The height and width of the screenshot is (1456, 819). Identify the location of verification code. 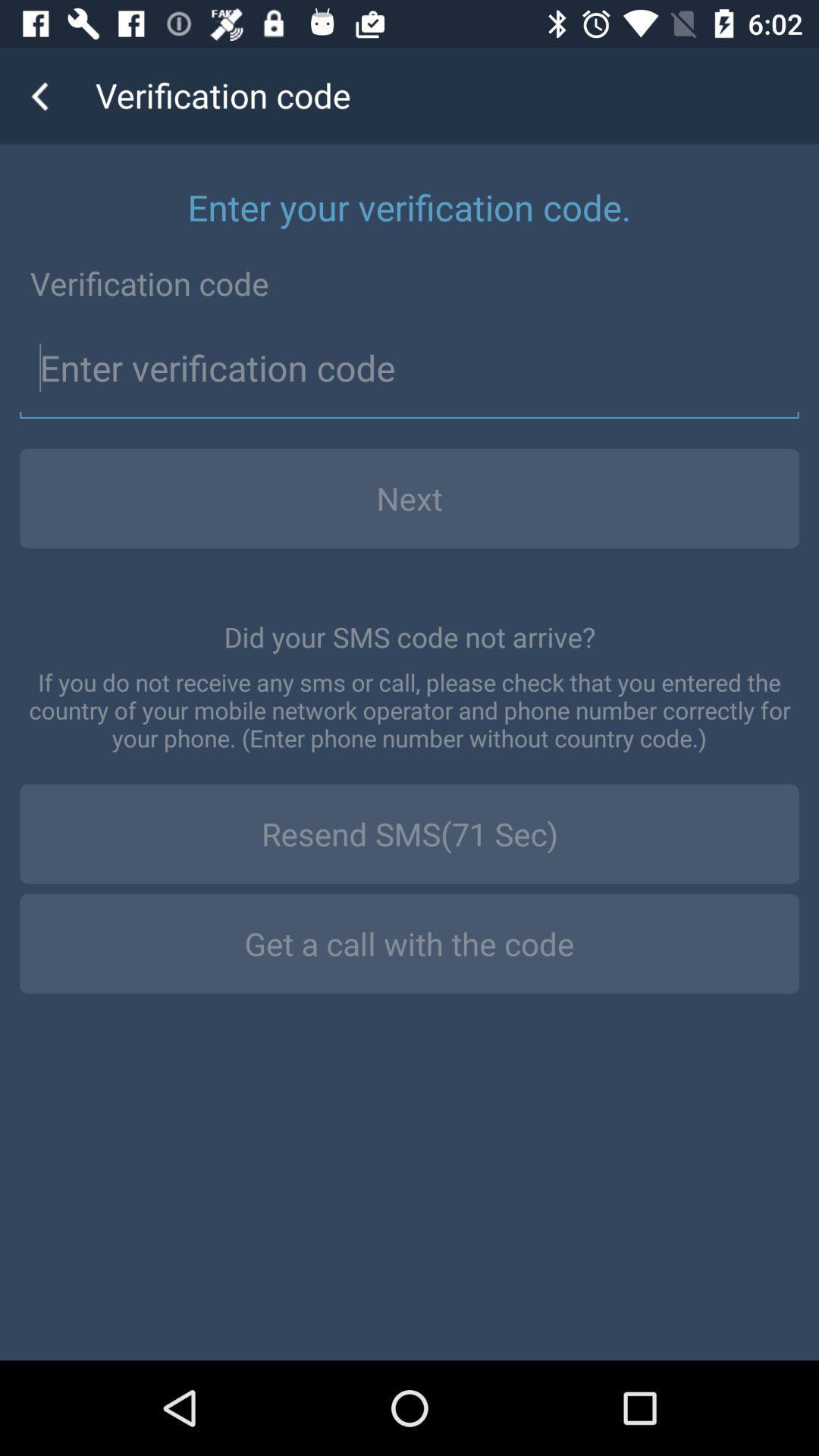
(409, 369).